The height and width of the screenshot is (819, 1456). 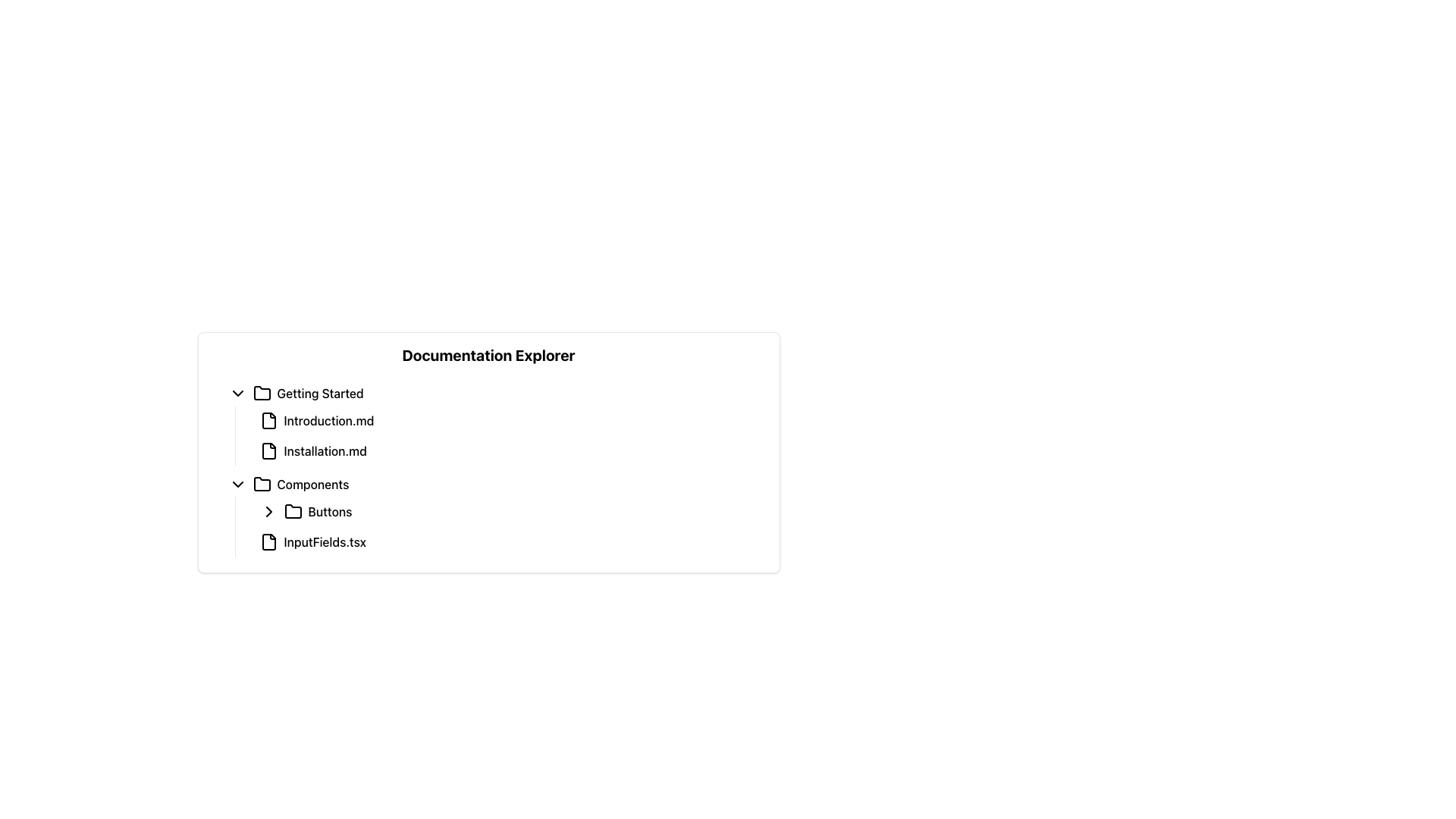 I want to click on the Folder item in the navigation tree under the 'Documentation Explorer' heading, so click(x=307, y=393).